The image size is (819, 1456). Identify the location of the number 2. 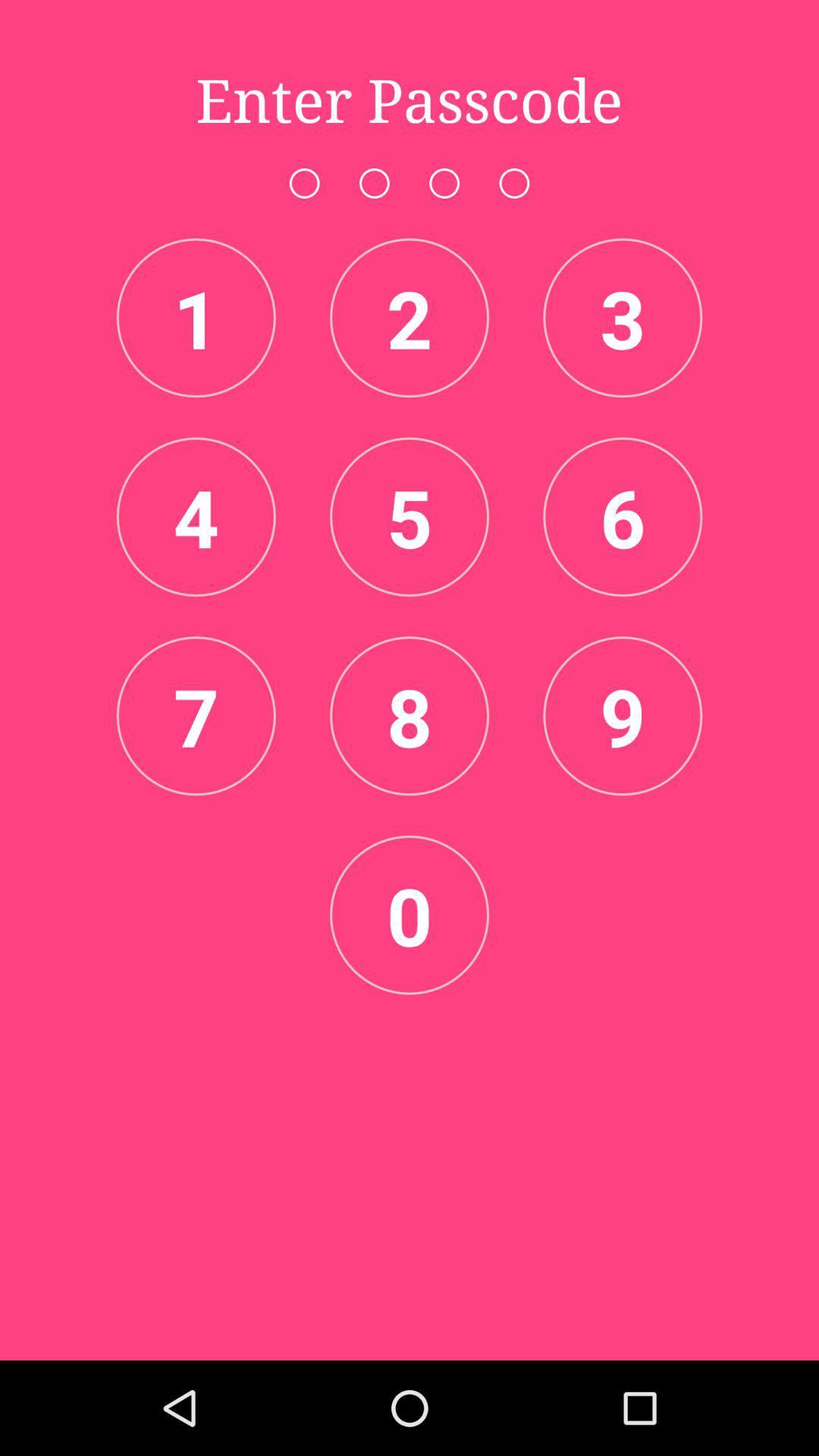
(409, 316).